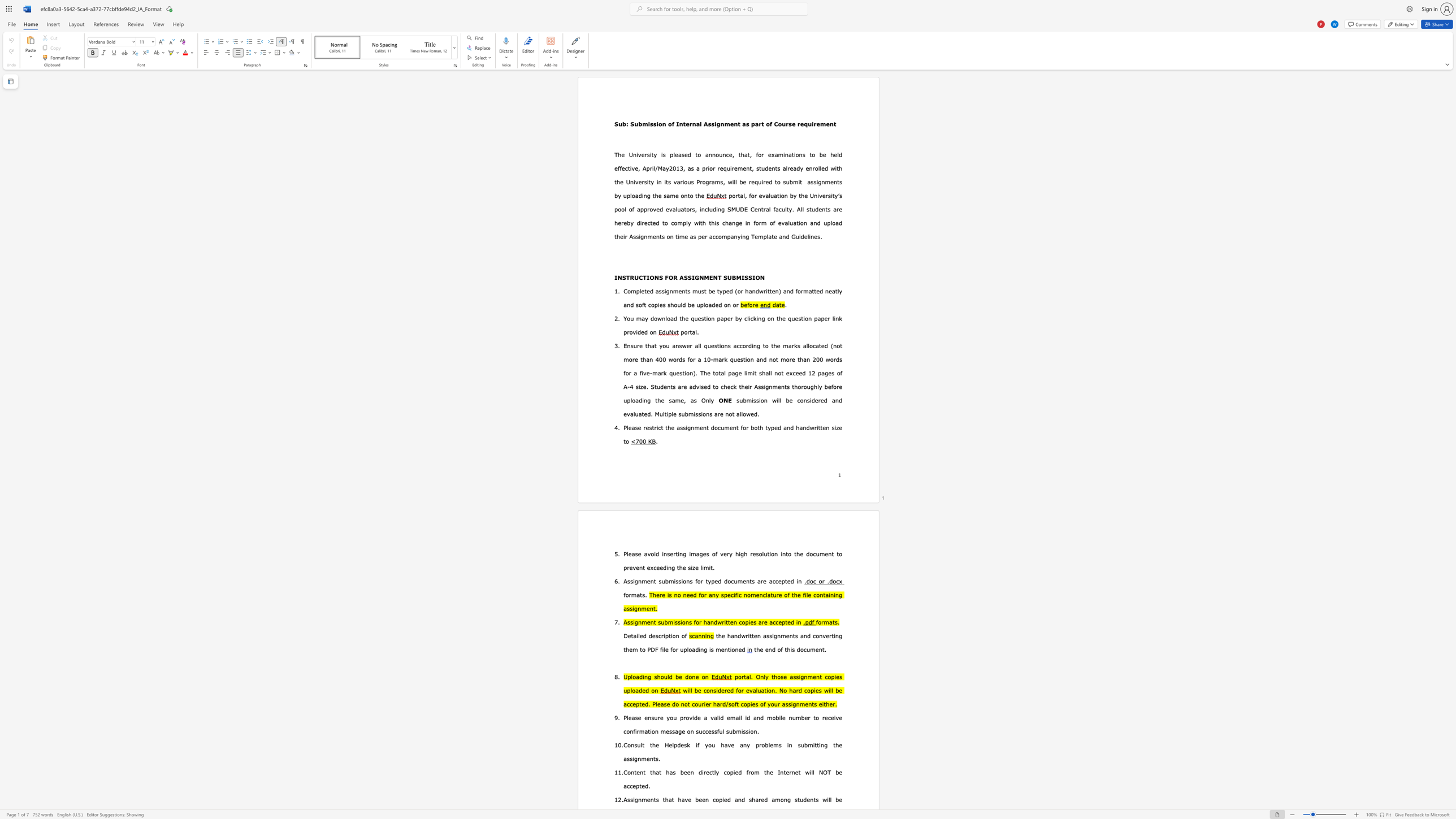  Describe the element at coordinates (824, 594) in the screenshot. I see `the subset text "ai" within the text "containing"` at that location.